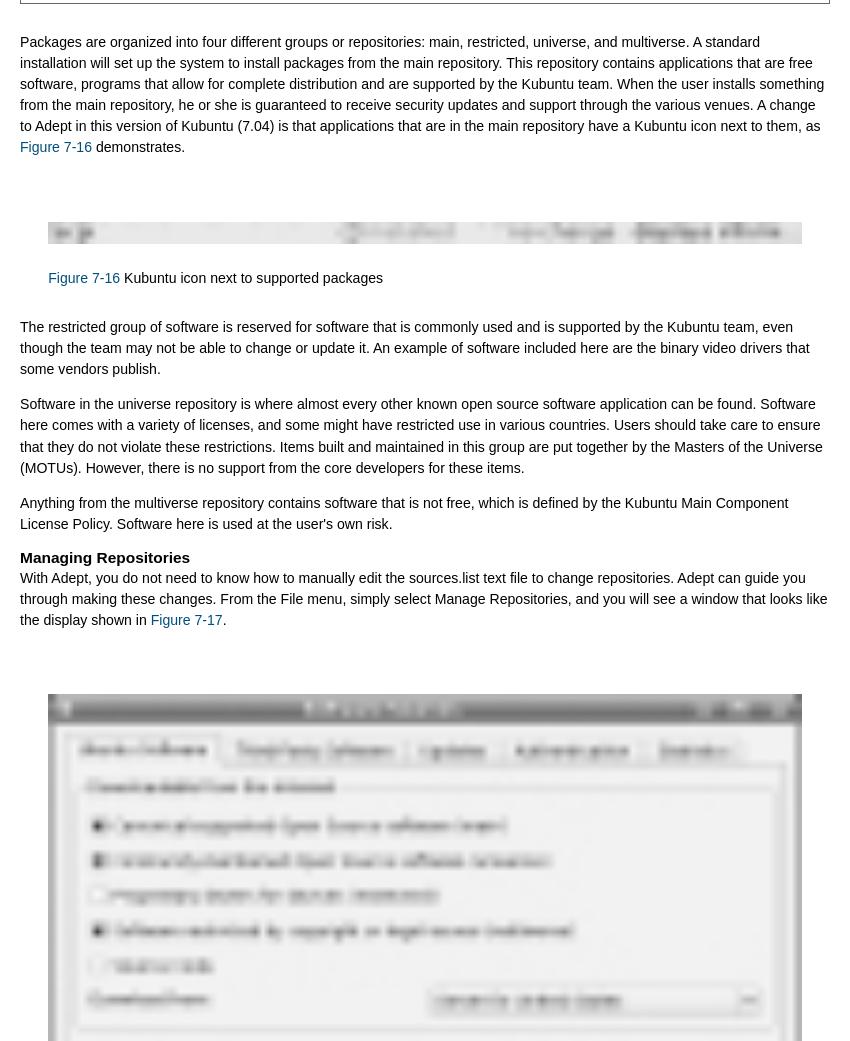 Image resolution: width=850 pixels, height=1041 pixels. Describe the element at coordinates (103, 557) in the screenshot. I see `'Managing Repositories'` at that location.